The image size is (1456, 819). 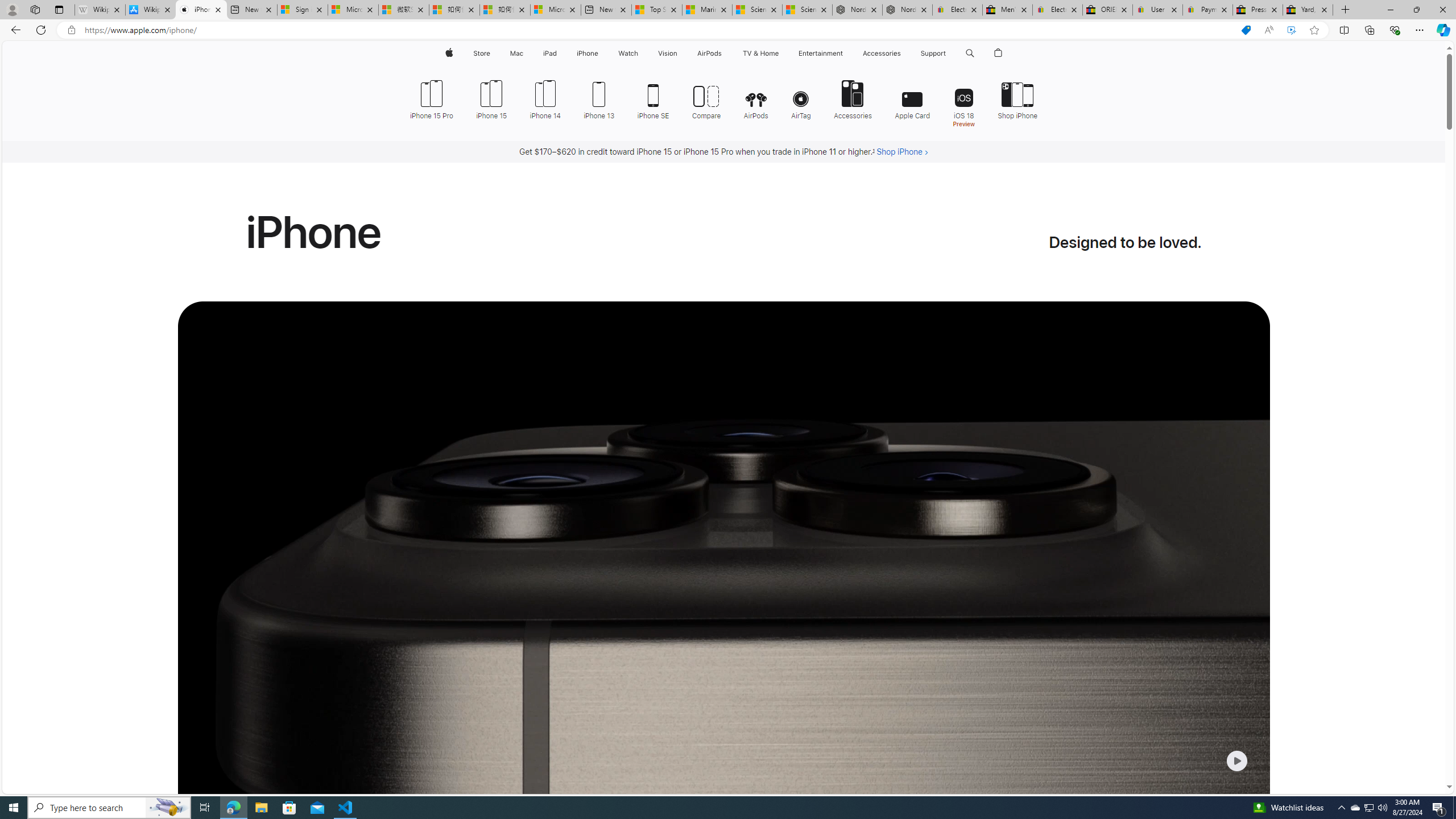 What do you see at coordinates (481, 53) in the screenshot?
I see `'Store'` at bounding box center [481, 53].